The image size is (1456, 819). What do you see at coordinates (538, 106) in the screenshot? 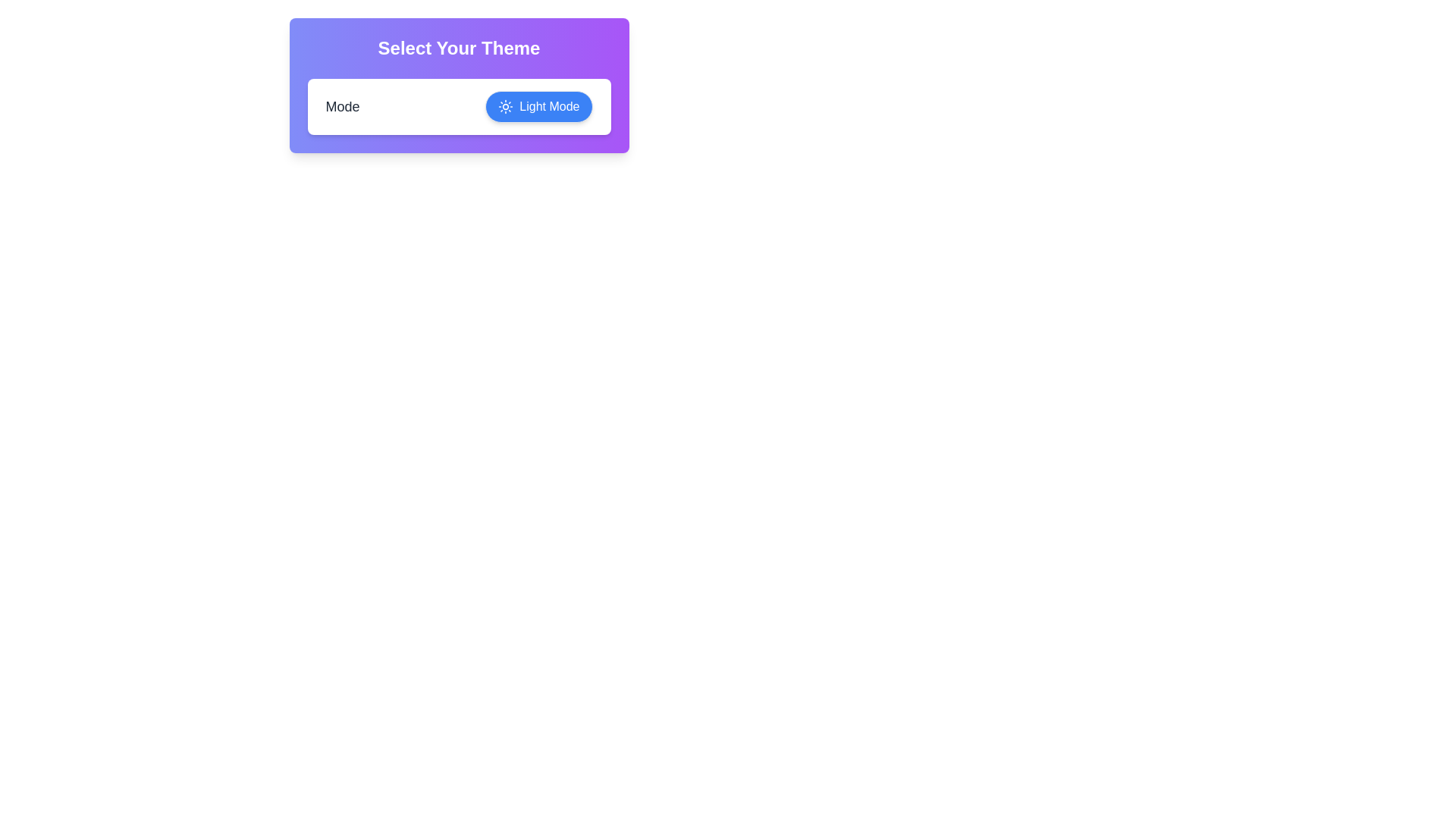
I see `the theme toggle button to change the theme` at bounding box center [538, 106].